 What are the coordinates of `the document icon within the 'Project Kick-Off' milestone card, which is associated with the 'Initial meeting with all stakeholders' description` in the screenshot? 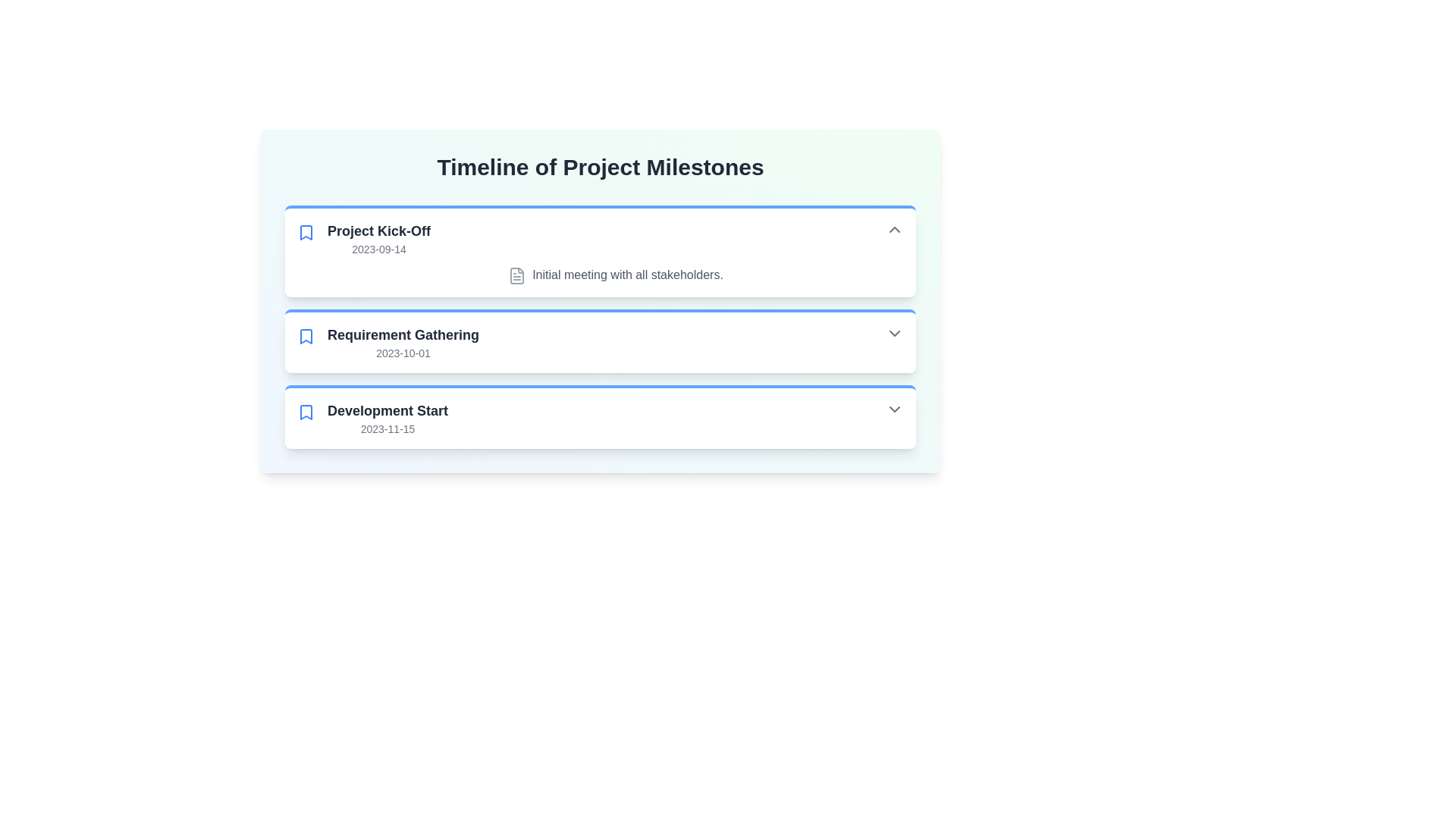 It's located at (517, 275).